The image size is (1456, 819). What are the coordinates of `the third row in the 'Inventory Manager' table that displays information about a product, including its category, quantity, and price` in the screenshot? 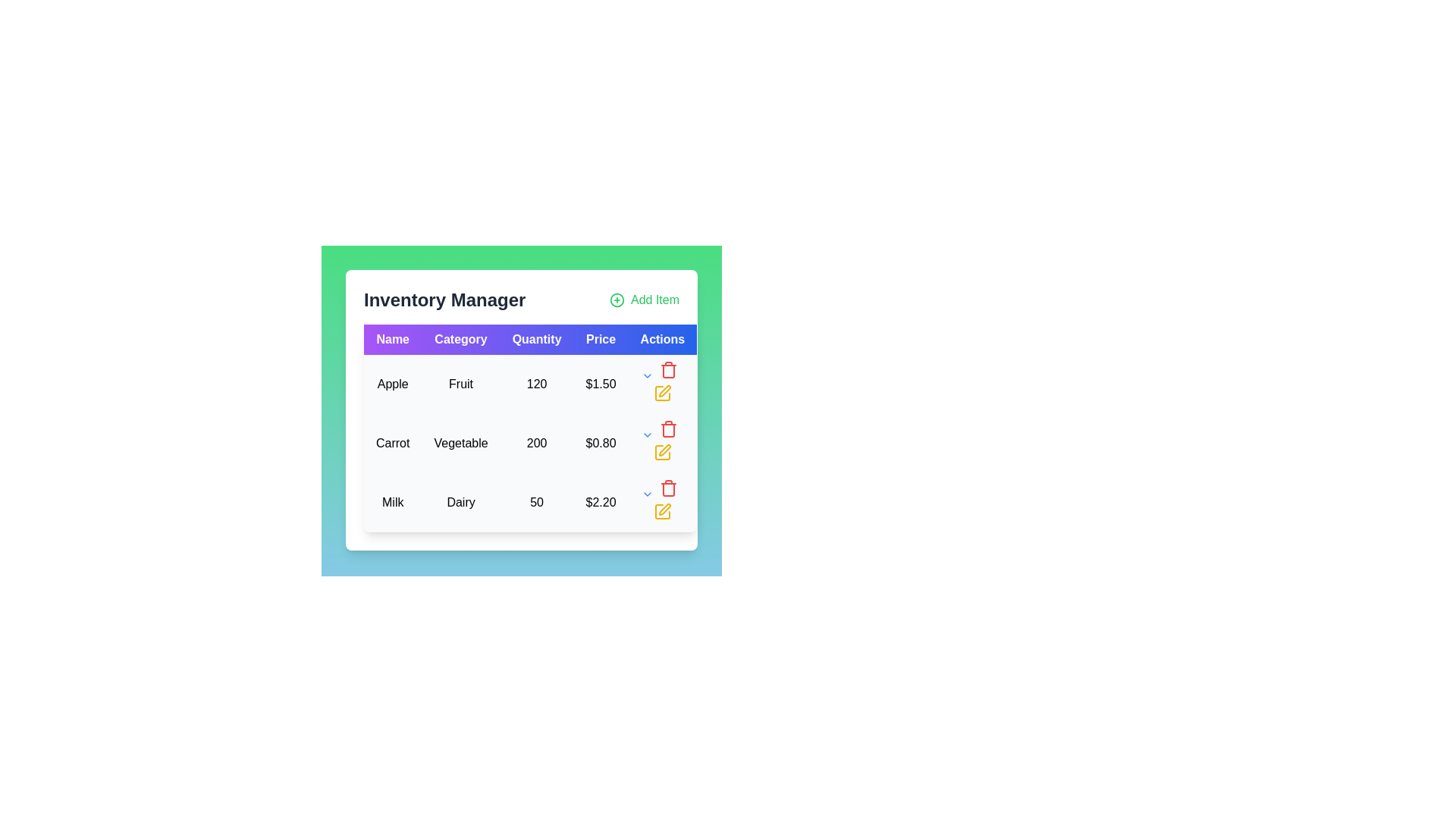 It's located at (530, 503).